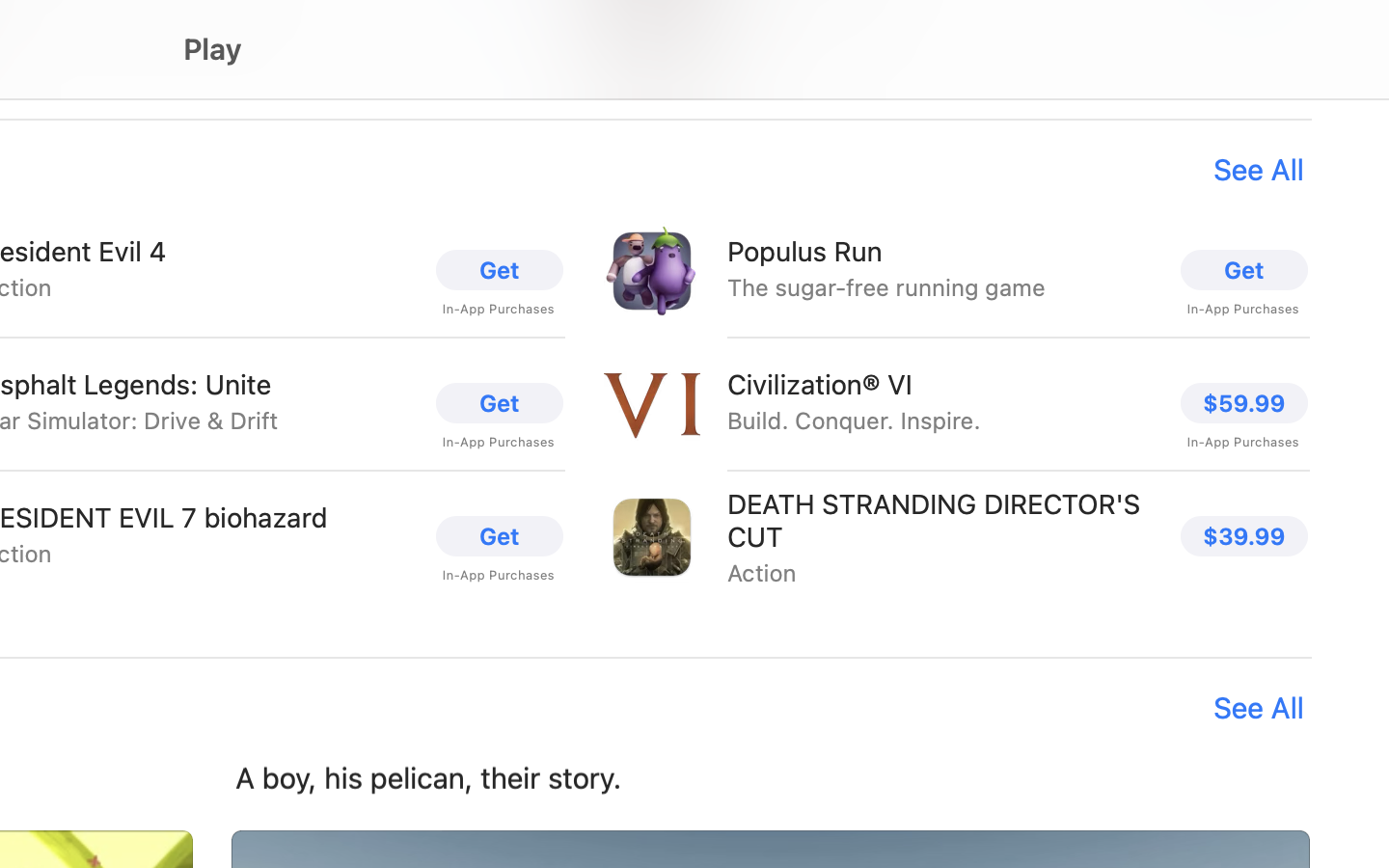  What do you see at coordinates (213, 48) in the screenshot?
I see `'Play'` at bounding box center [213, 48].